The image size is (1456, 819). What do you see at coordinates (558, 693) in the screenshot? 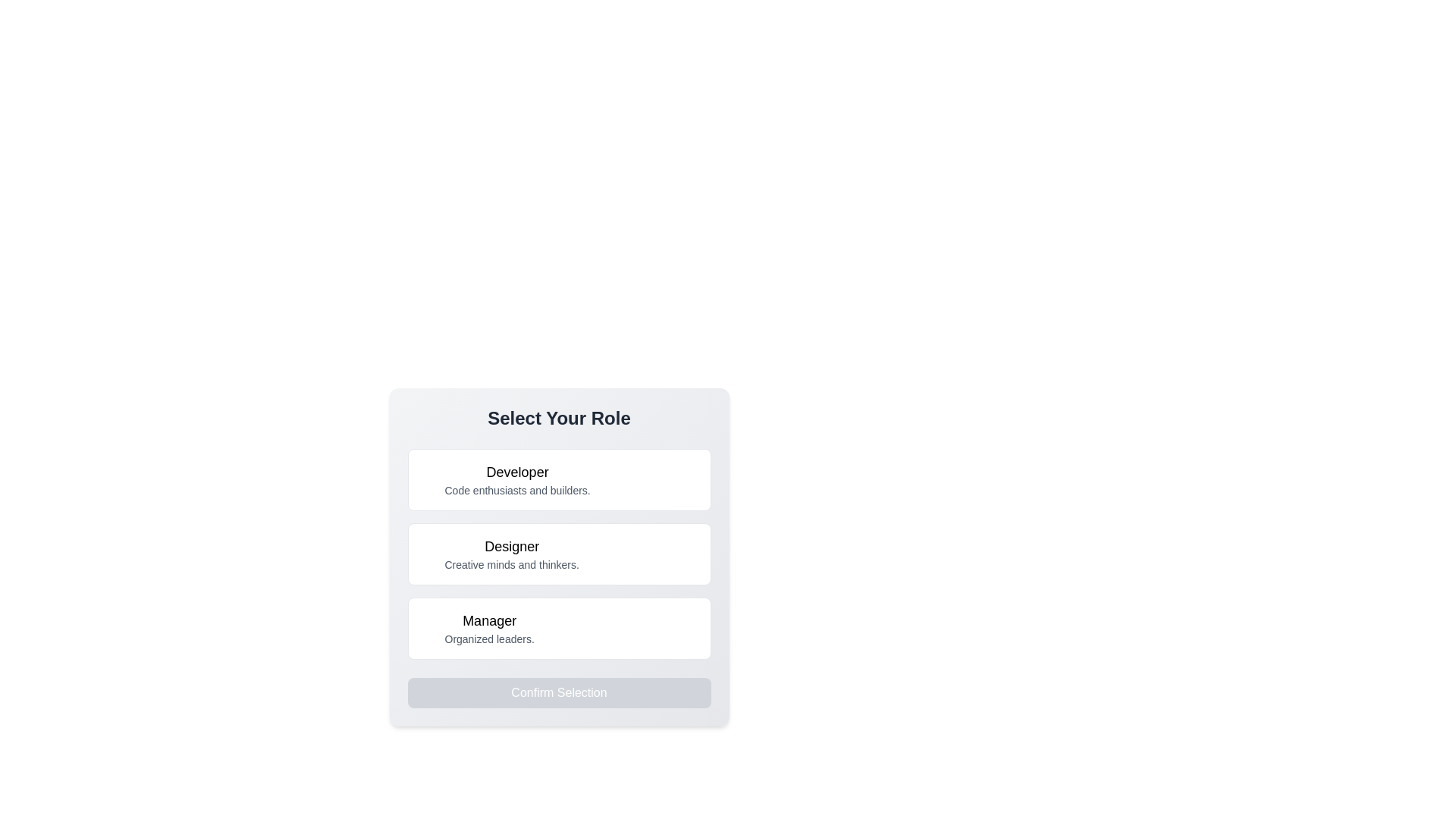
I see `the acceptance button located at the bottom of the form interface, just below the role options 'Developer', 'Designer', and 'Manager' to change its appearance, indicating interactivity` at bounding box center [558, 693].